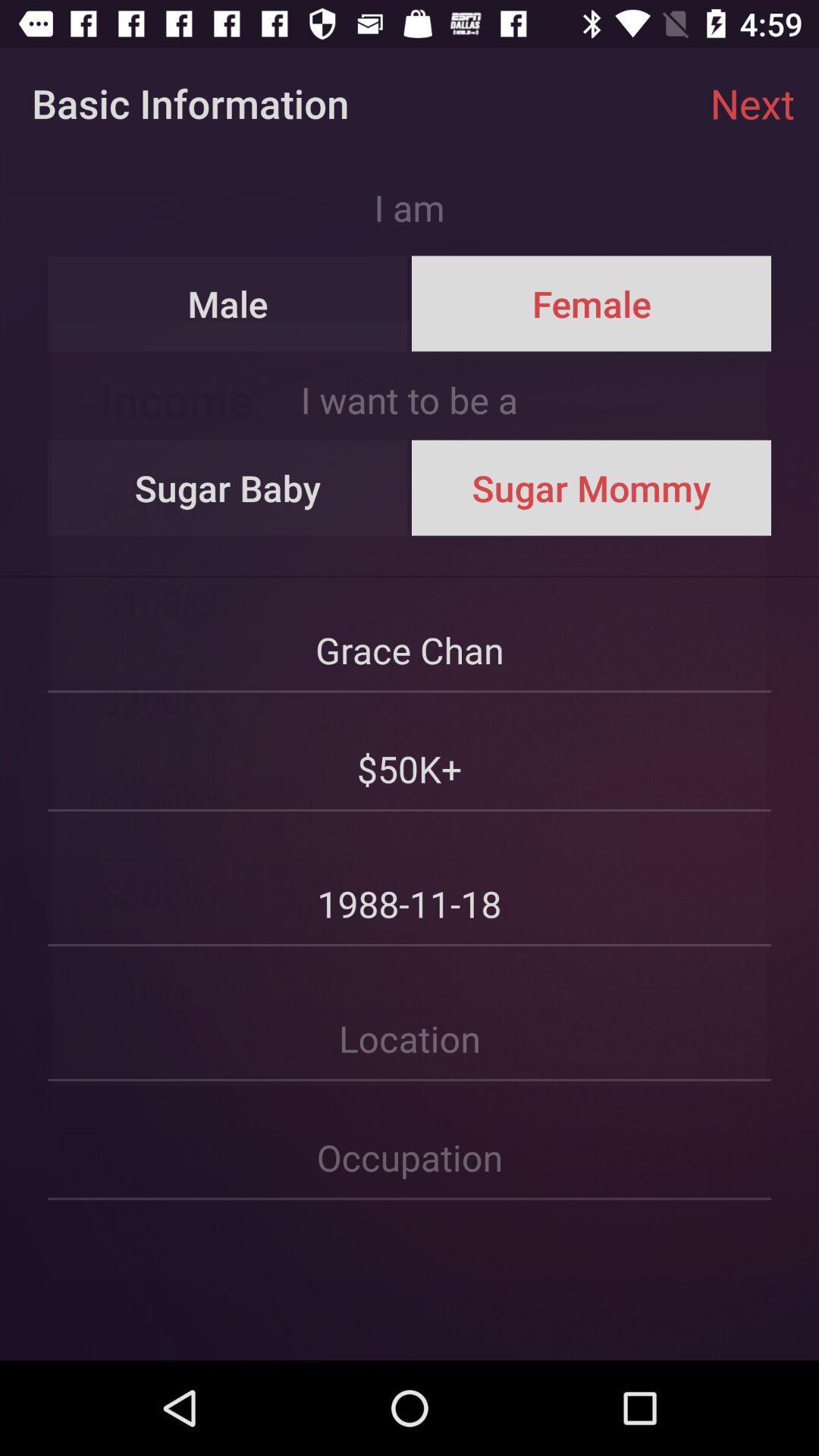 Image resolution: width=819 pixels, height=1456 pixels. Describe the element at coordinates (409, 634) in the screenshot. I see `the option grace chan` at that location.